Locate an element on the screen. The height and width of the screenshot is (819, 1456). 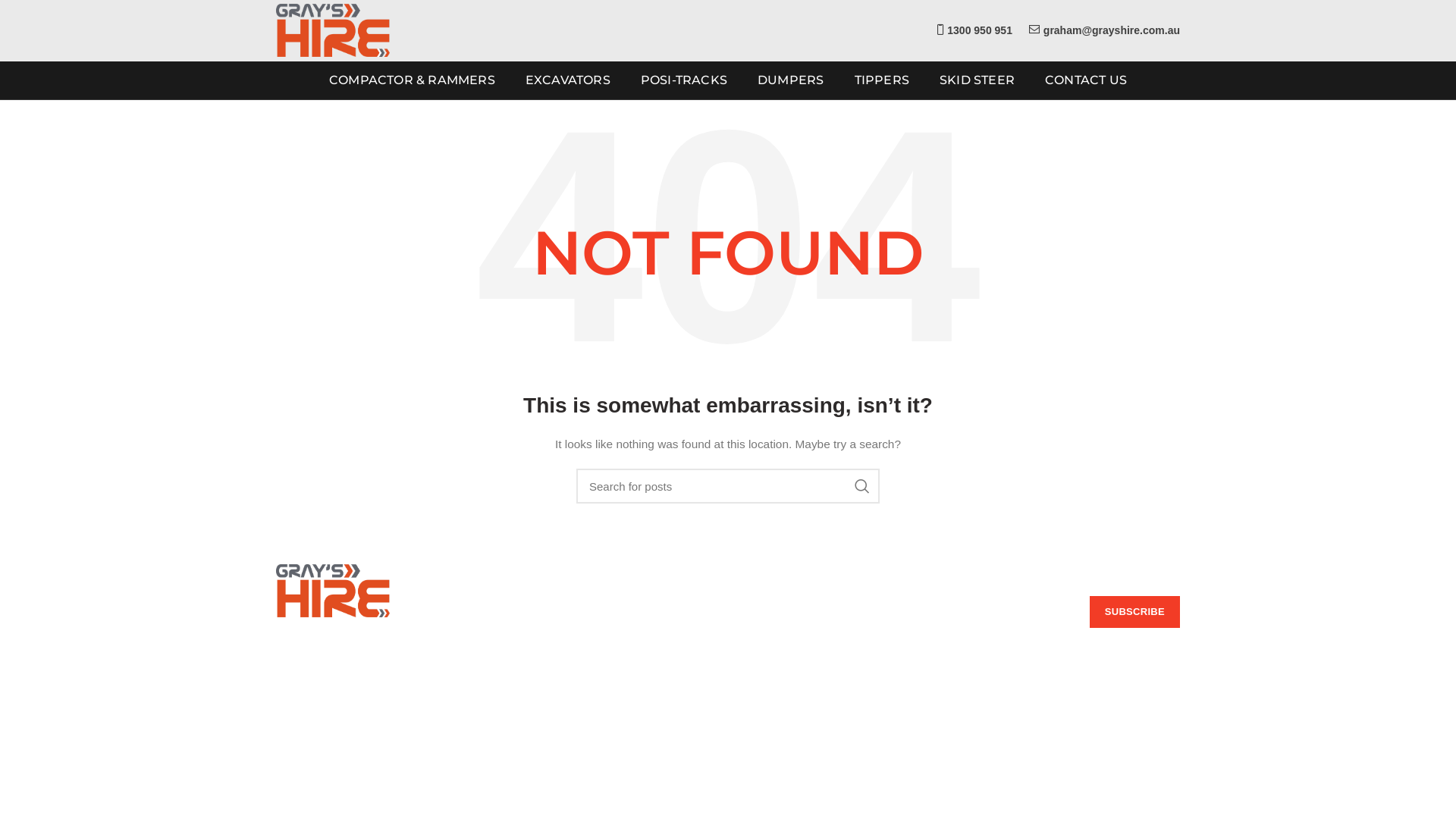
'SKID STEER' is located at coordinates (930, 80).